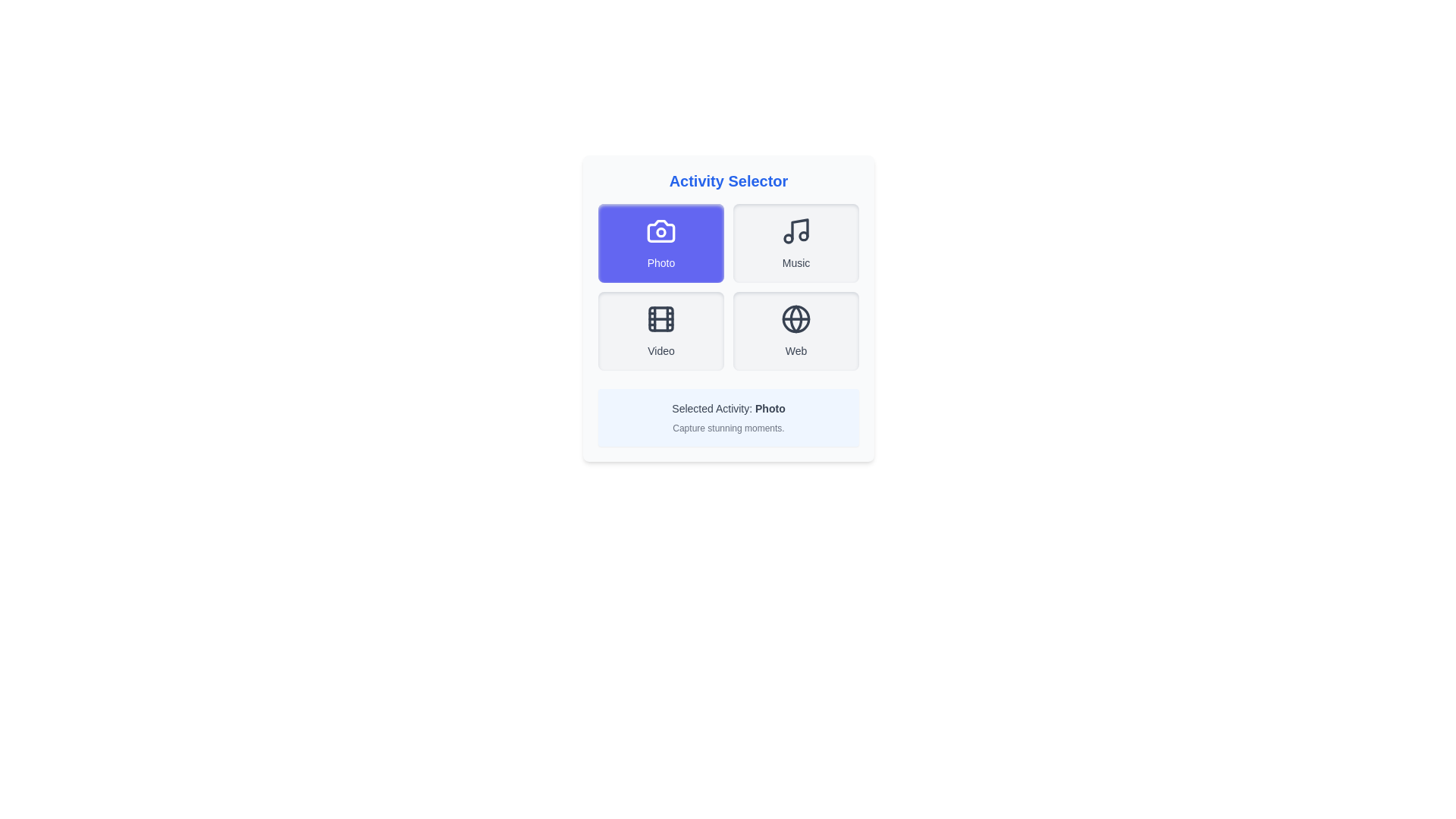  I want to click on the 'Video' label, which is part of the selectable quadrant in the lower-left of the activity options menu and displays the text in gray color beneath a film icon, so click(661, 350).